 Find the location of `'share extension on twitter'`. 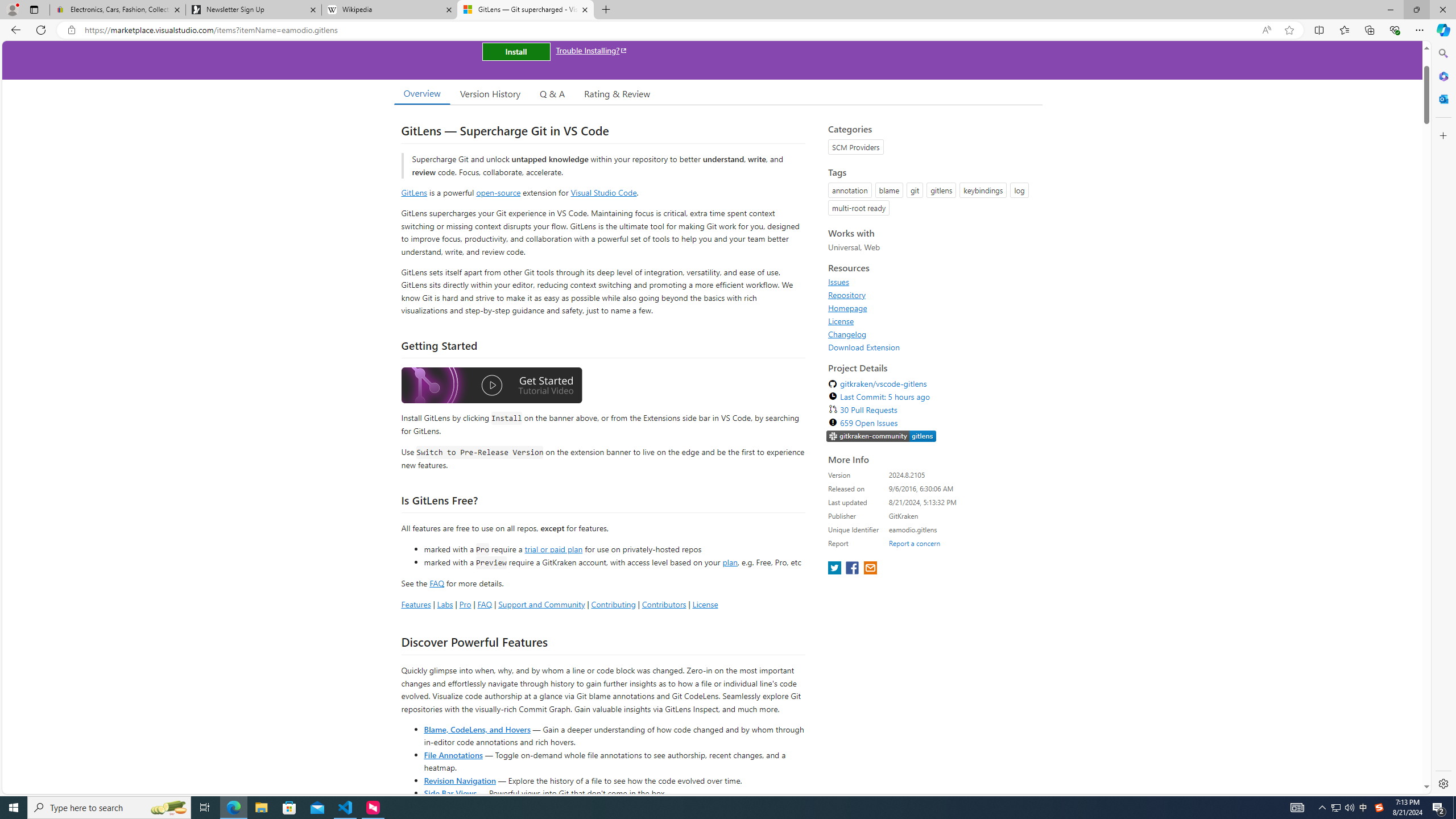

'share extension on twitter' is located at coordinates (835, 568).